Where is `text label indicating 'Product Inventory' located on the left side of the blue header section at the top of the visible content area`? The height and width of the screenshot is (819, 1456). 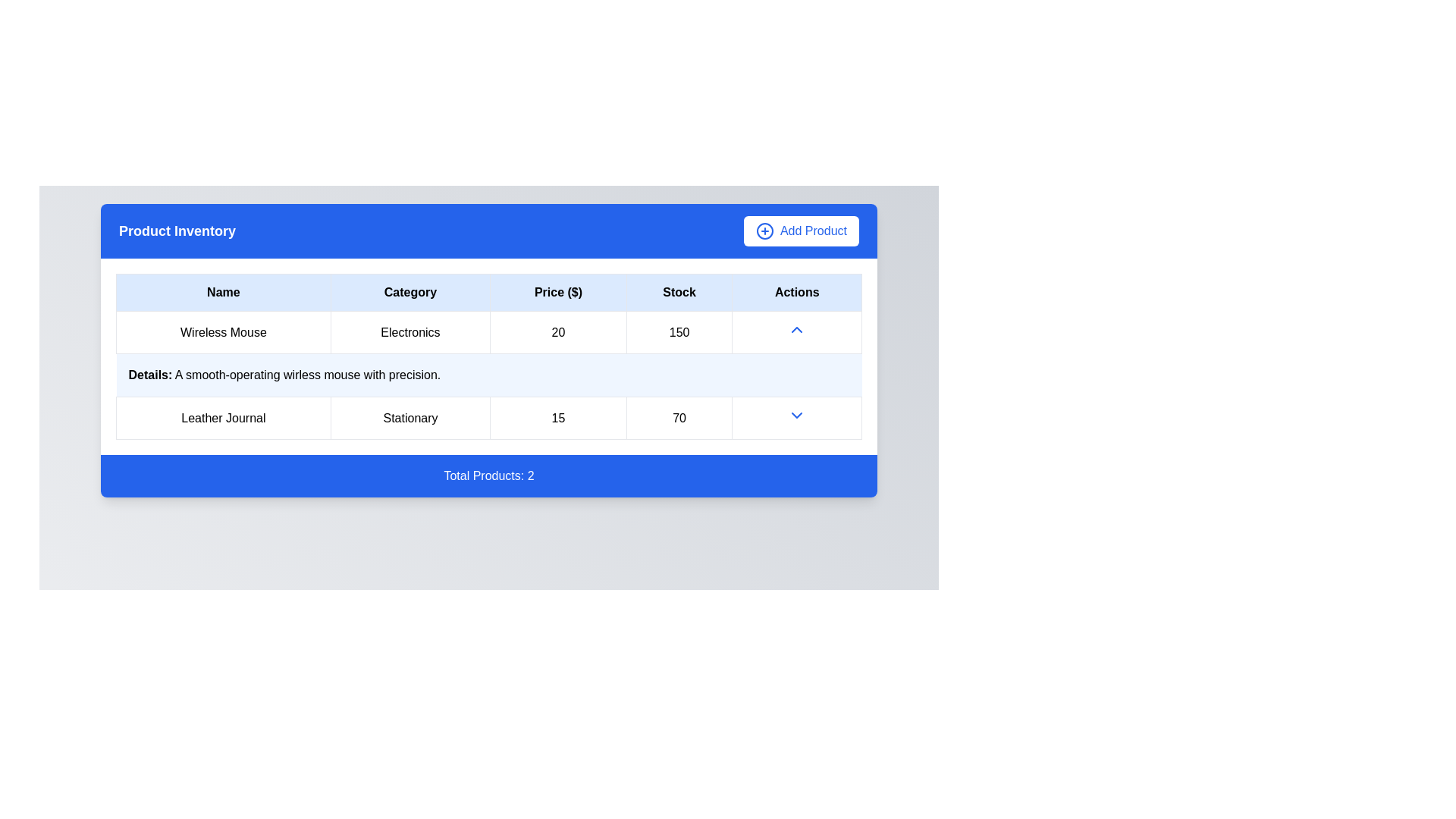
text label indicating 'Product Inventory' located on the left side of the blue header section at the top of the visible content area is located at coordinates (177, 231).